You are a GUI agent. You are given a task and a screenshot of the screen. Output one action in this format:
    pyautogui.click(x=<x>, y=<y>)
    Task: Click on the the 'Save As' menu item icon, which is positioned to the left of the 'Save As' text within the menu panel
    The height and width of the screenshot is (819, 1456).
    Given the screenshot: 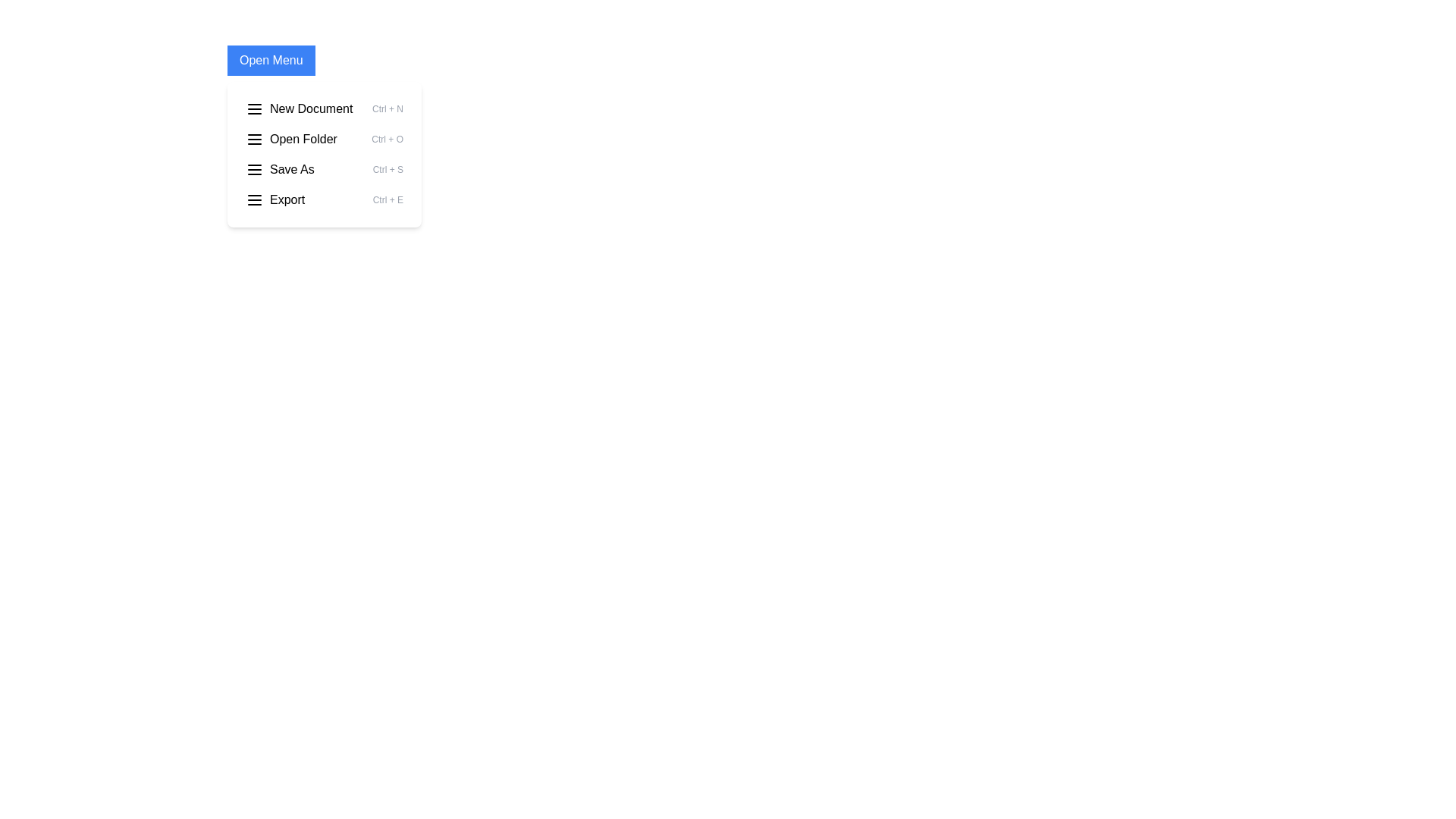 What is the action you would take?
    pyautogui.click(x=255, y=169)
    